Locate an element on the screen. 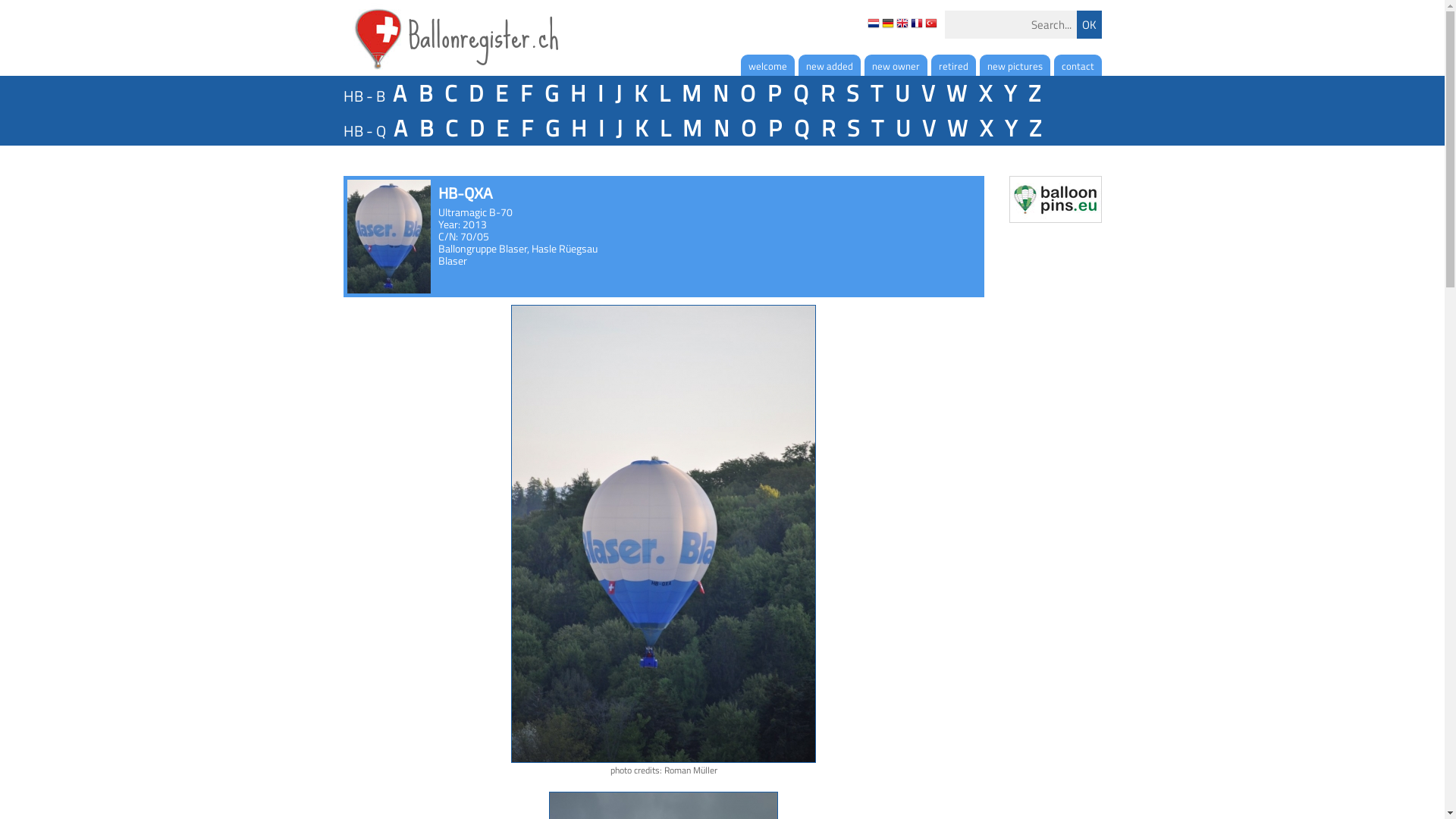 This screenshot has width=1456, height=819. 'U' is located at coordinates (902, 93).